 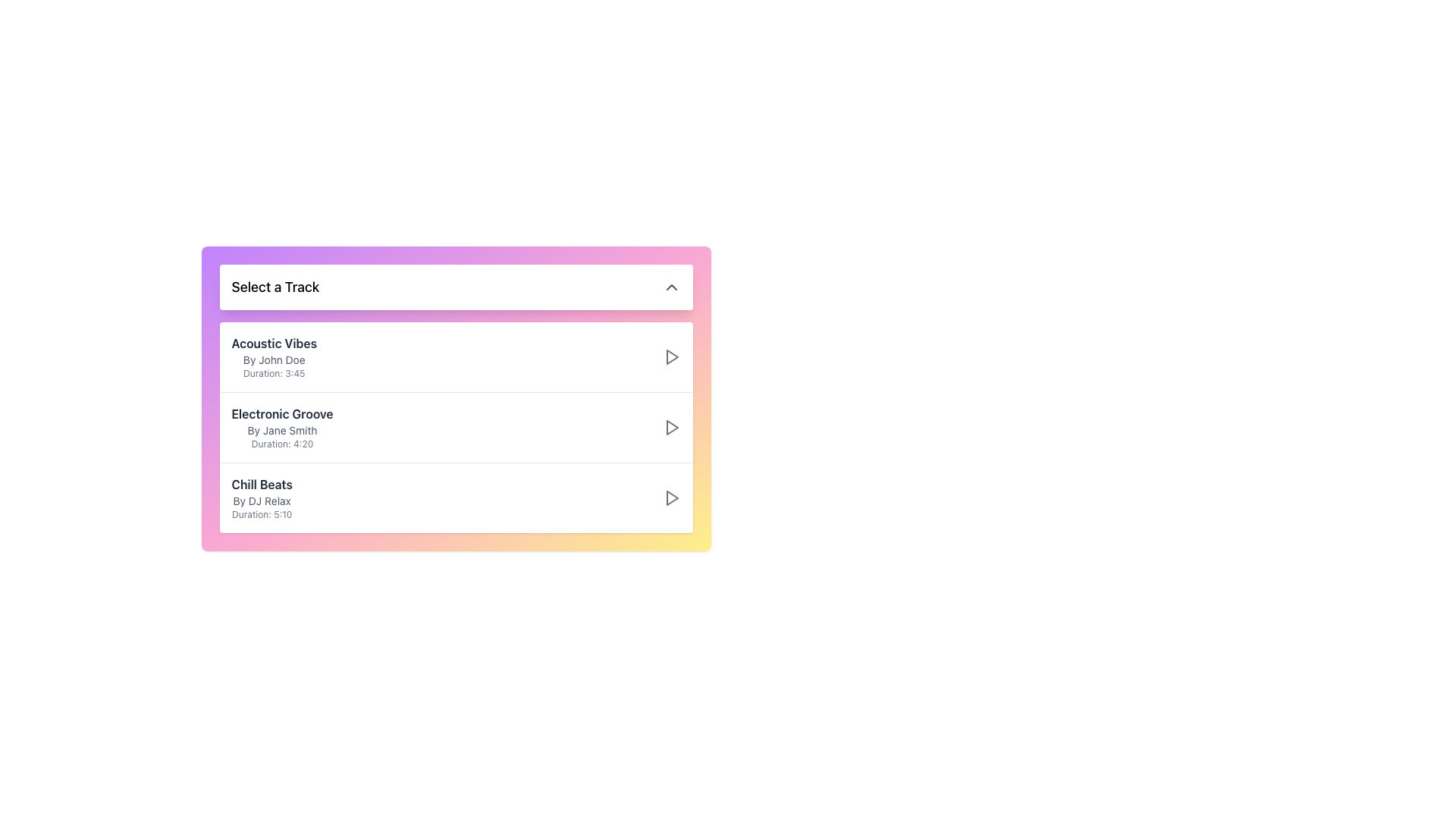 What do you see at coordinates (455, 497) in the screenshot?
I see `the third track item in the playlist, which is positioned below 'Acoustic Vibes' and 'Electronic Groove'` at bounding box center [455, 497].